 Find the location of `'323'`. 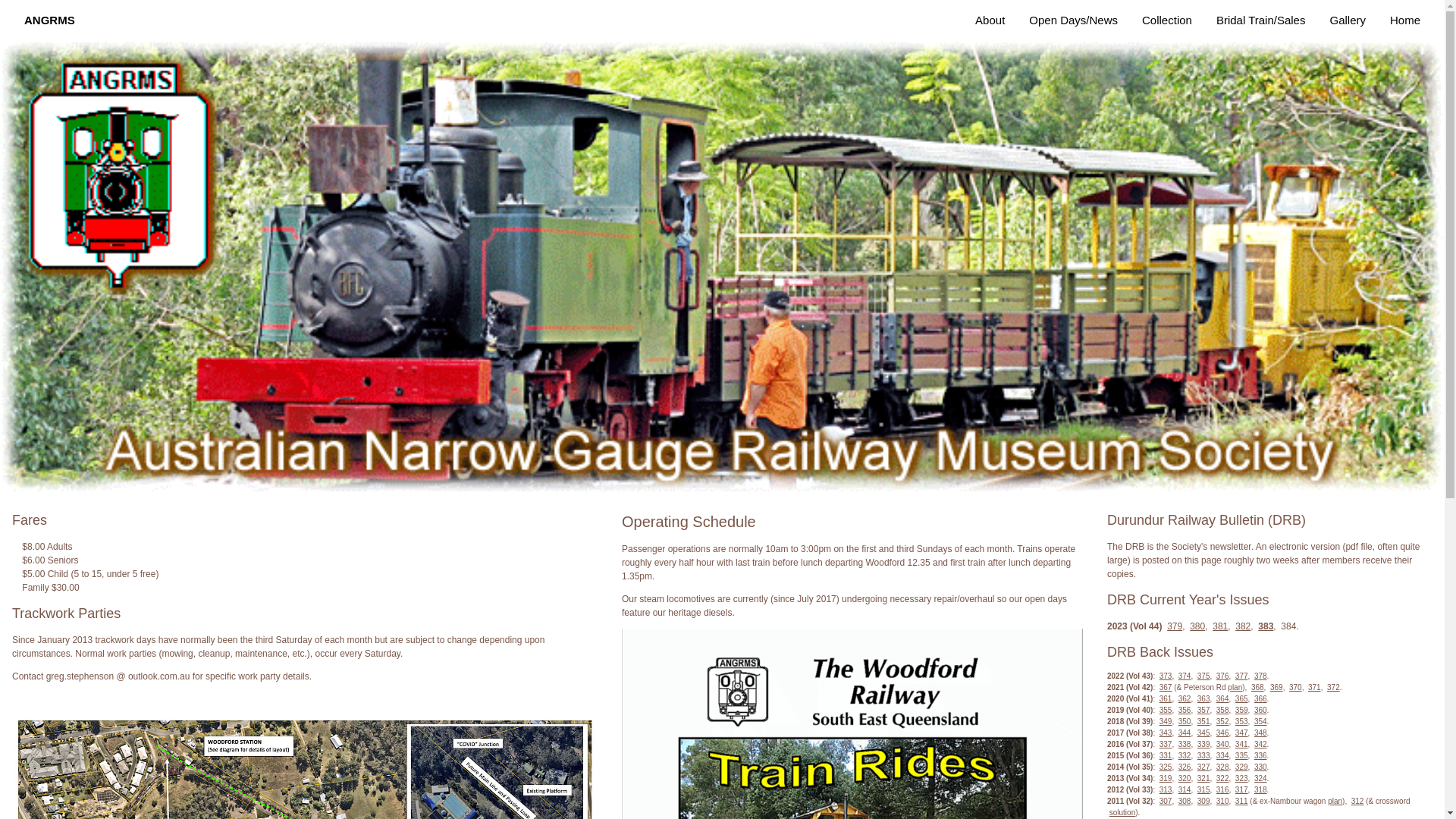

'323' is located at coordinates (1235, 778).